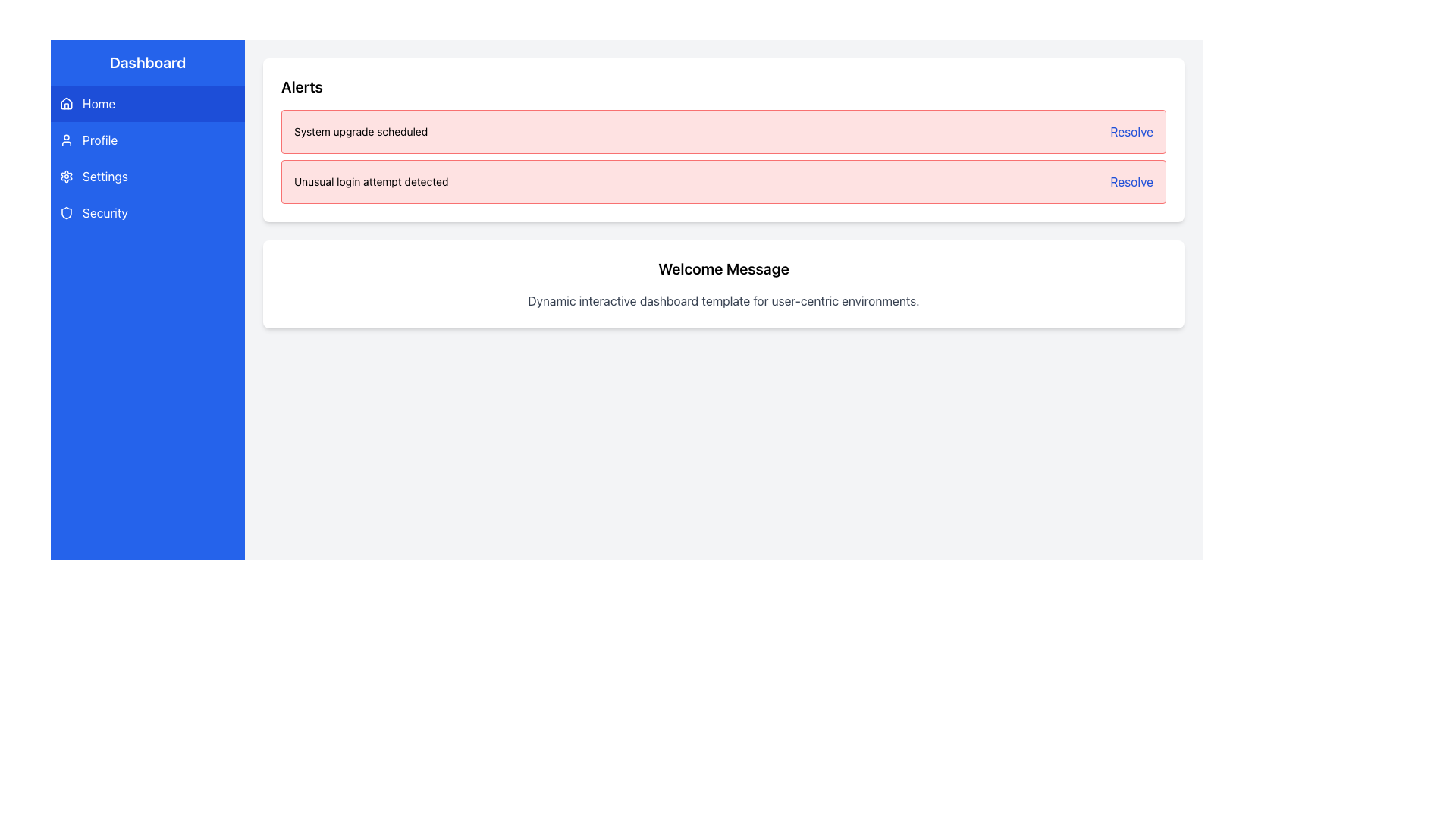  I want to click on the Text Label at the top of the vertical sidebar, so click(148, 62).